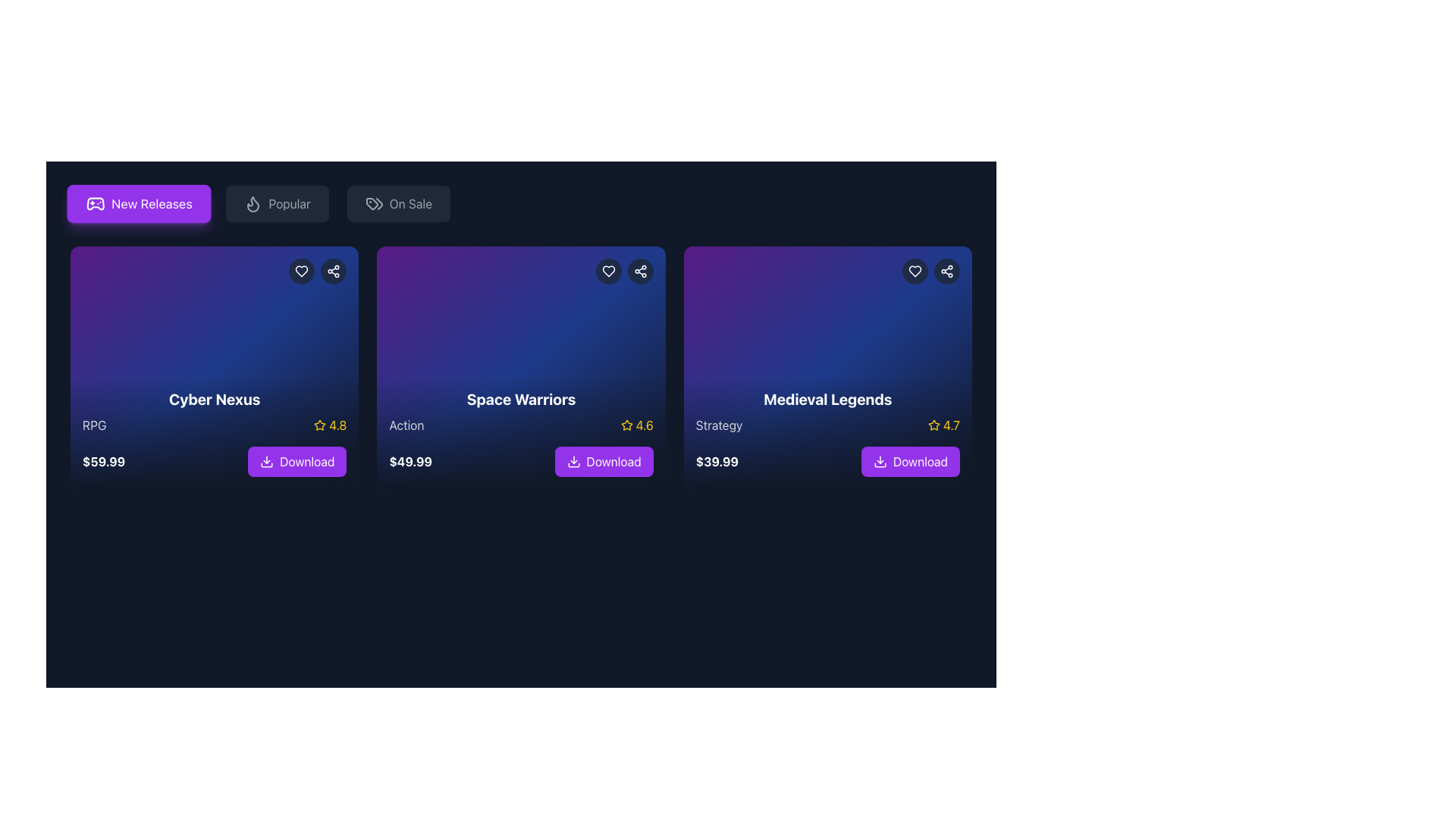 This screenshot has height=819, width=1456. What do you see at coordinates (827, 432) in the screenshot?
I see `the 'Medieval Legends' game card, which is the third card in the 'New Releases' section` at bounding box center [827, 432].